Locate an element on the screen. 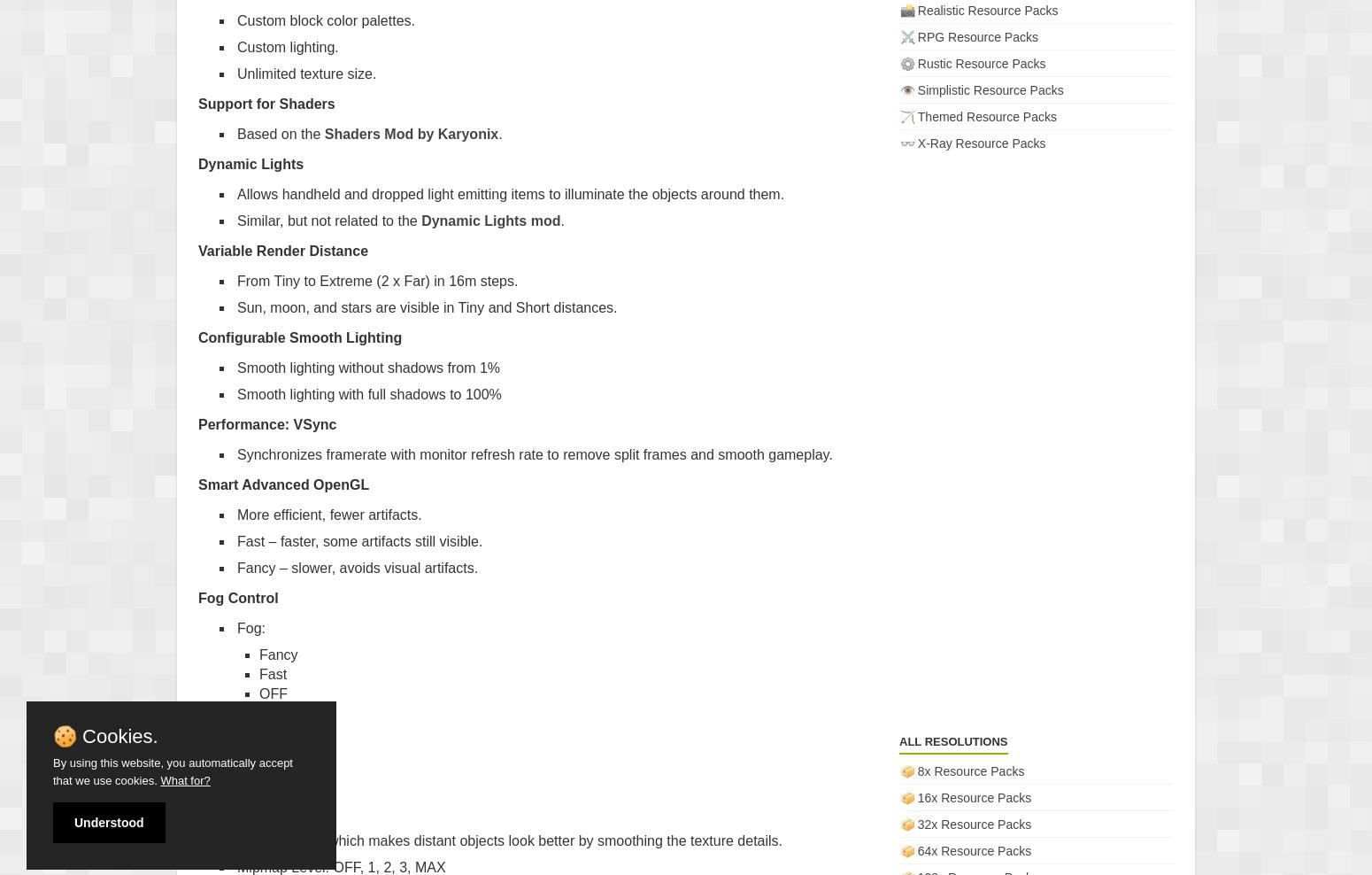  'Fast' is located at coordinates (273, 672).